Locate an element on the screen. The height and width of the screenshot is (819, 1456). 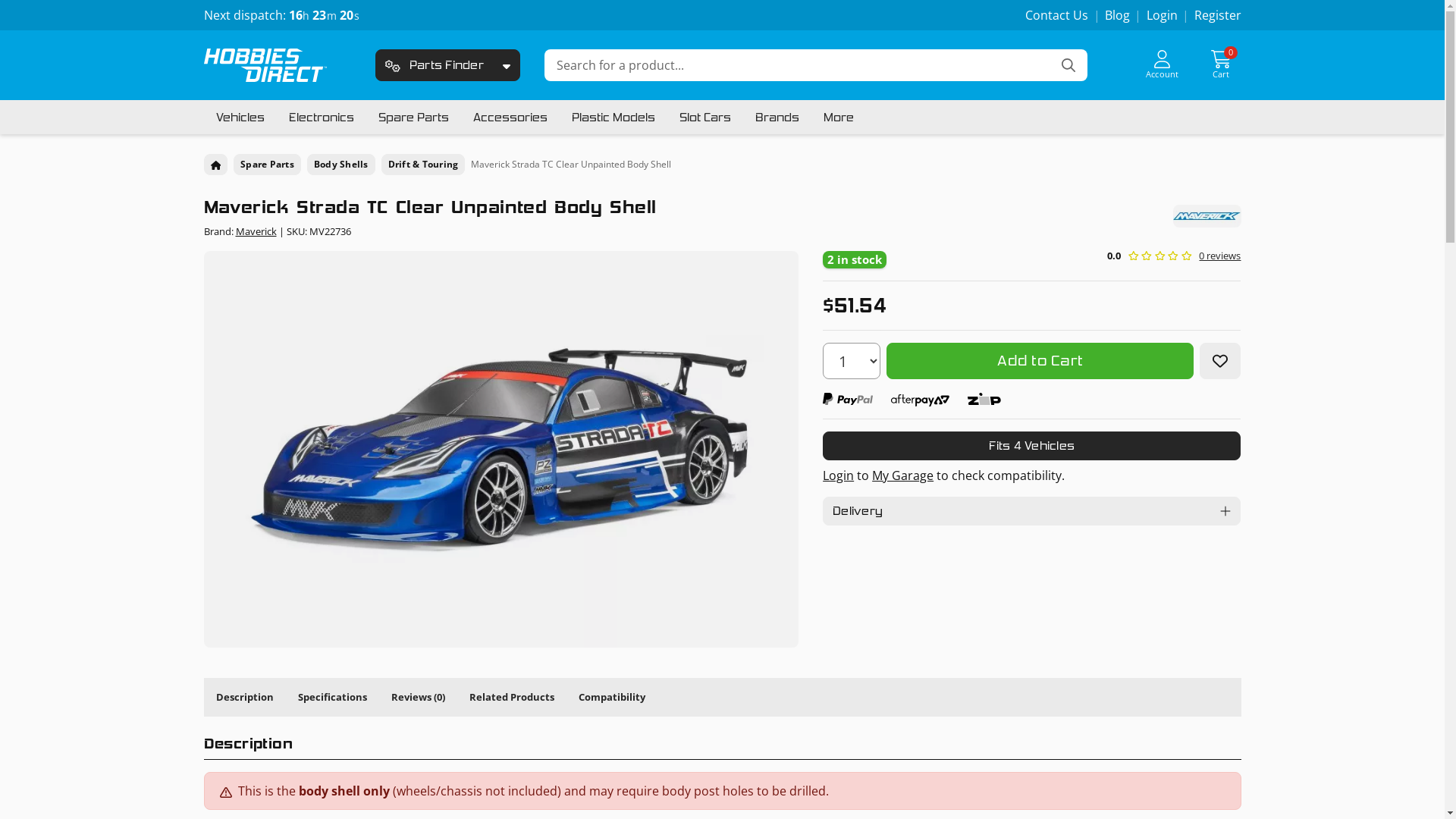
'Account' is located at coordinates (1161, 64).